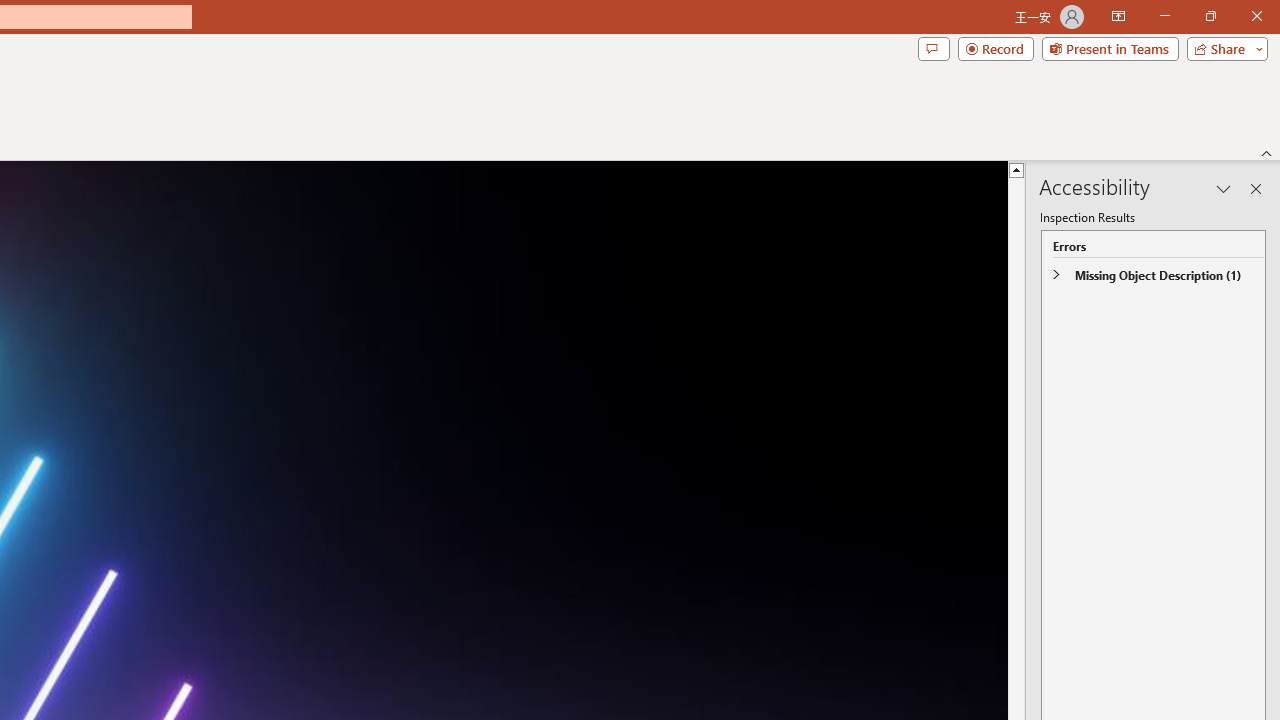 The height and width of the screenshot is (720, 1280). Describe the element at coordinates (1222, 47) in the screenshot. I see `'Share'` at that location.